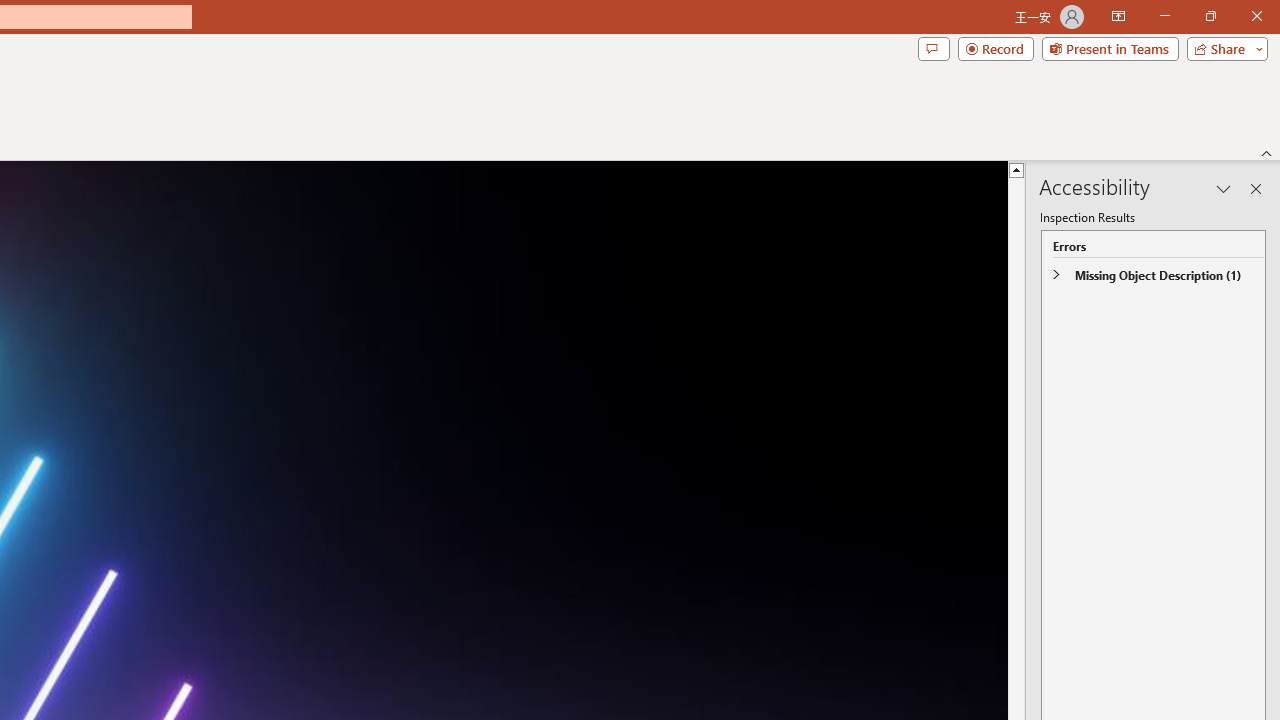 The height and width of the screenshot is (720, 1280). Describe the element at coordinates (1222, 47) in the screenshot. I see `'Share'` at that location.